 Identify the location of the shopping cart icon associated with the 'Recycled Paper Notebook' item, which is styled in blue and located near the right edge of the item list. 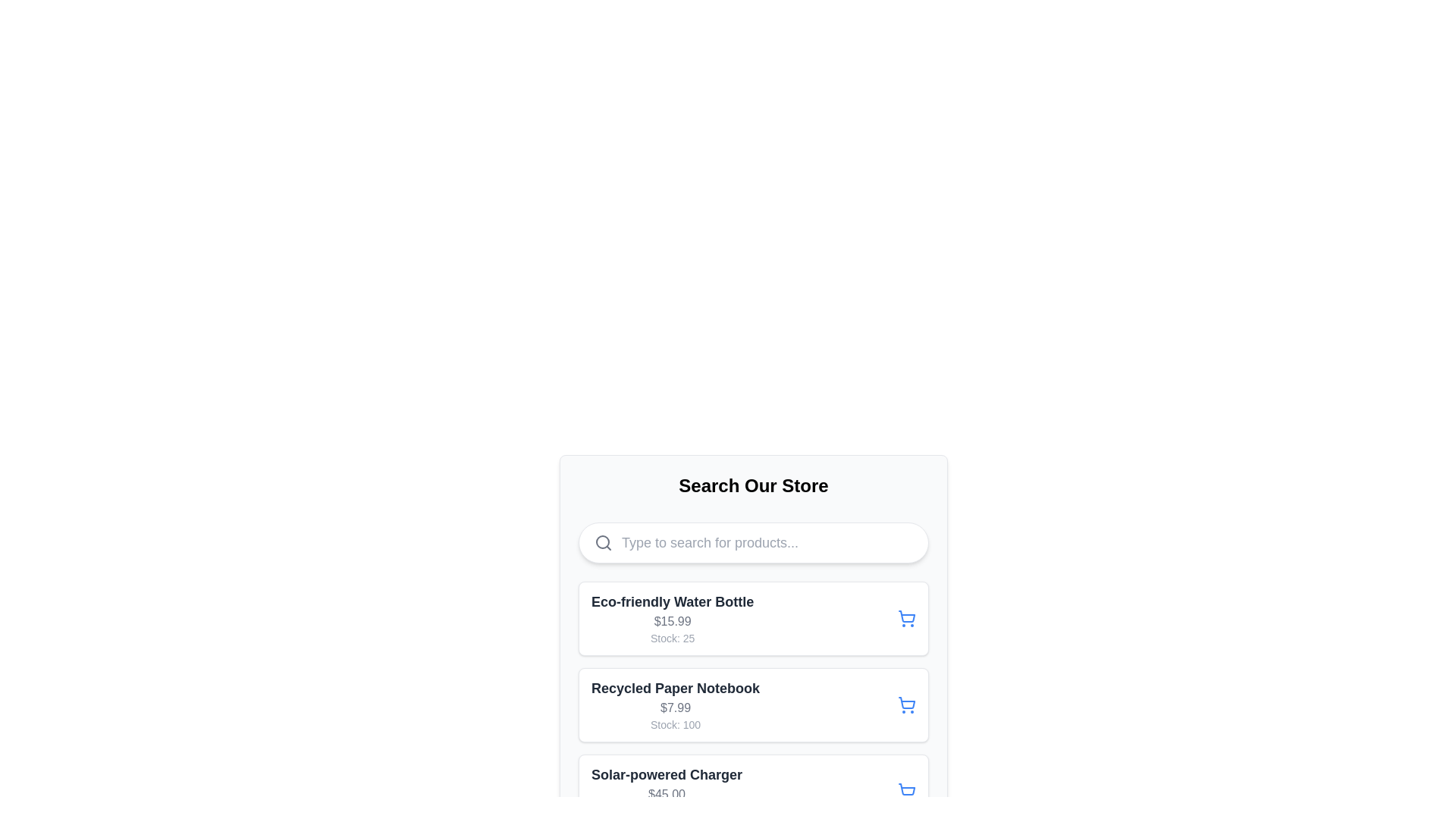
(907, 703).